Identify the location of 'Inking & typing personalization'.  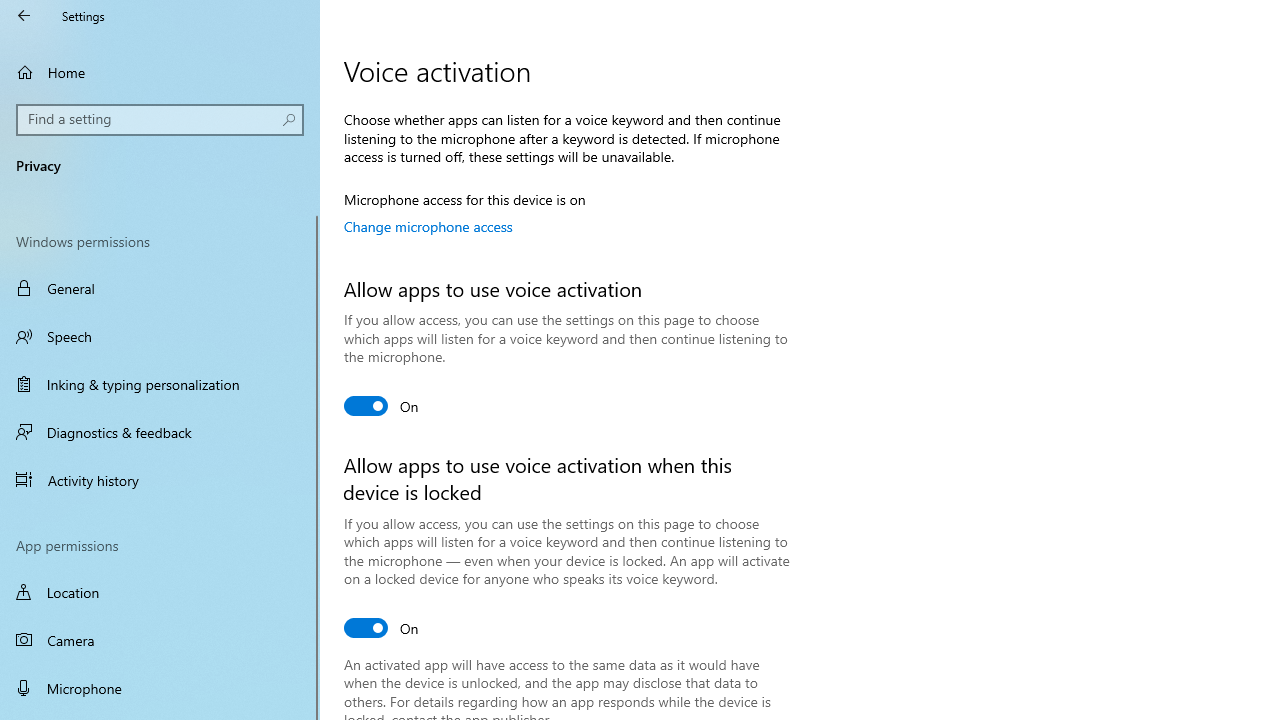
(160, 384).